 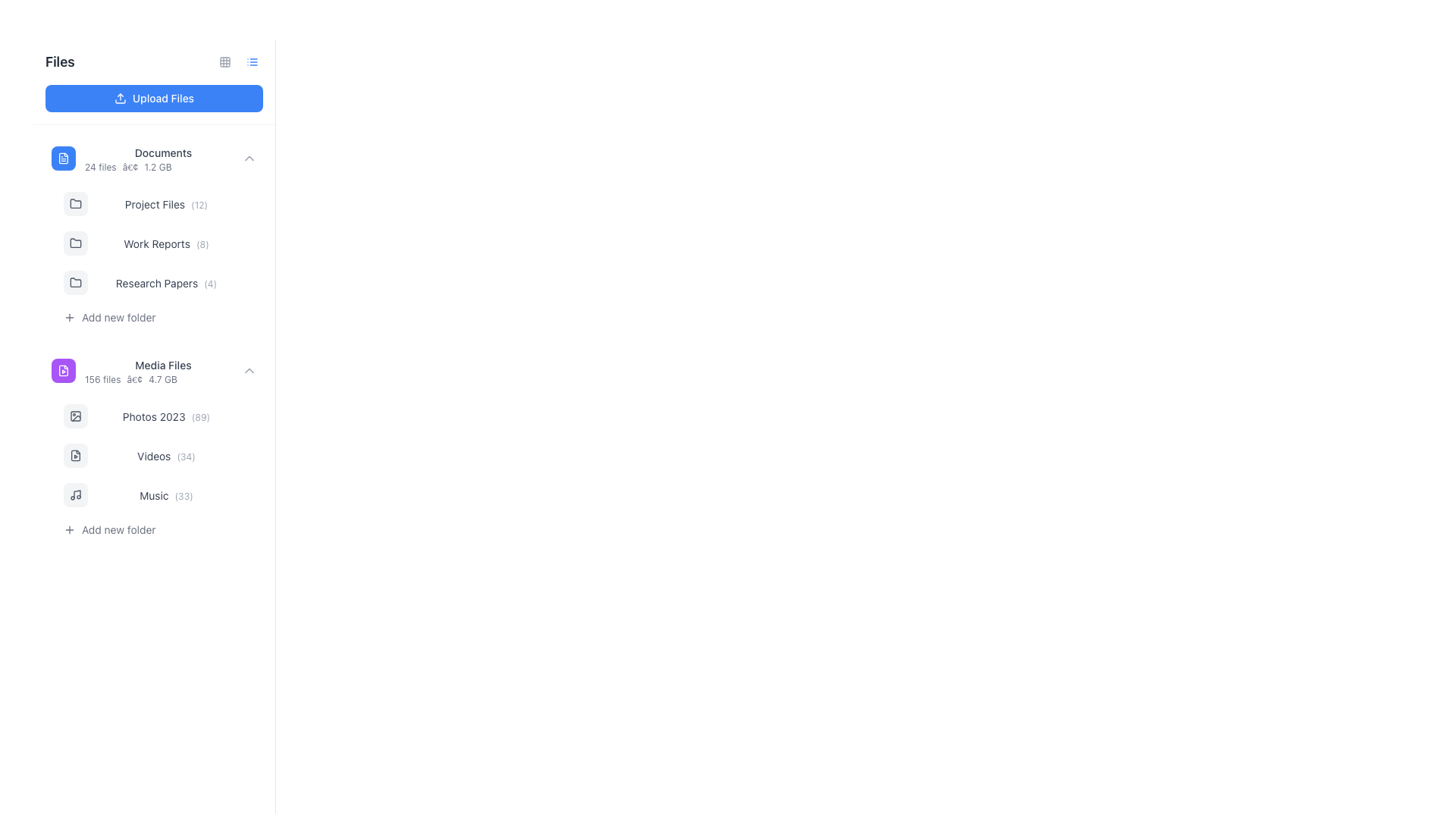 What do you see at coordinates (202, 243) in the screenshot?
I see `the static text label that indicates the count of items associated with the 'Work Reports' folder to possibly trigger a tooltip` at bounding box center [202, 243].